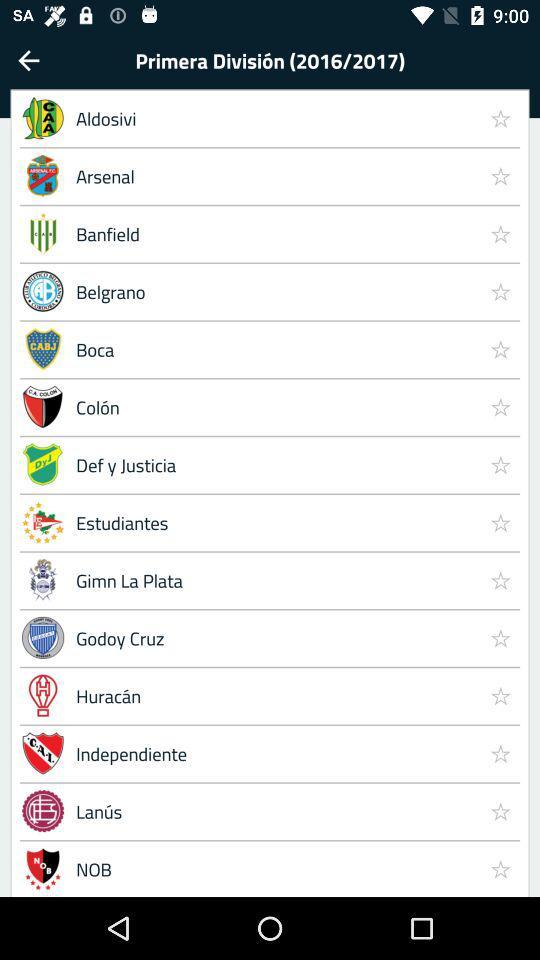  Describe the element at coordinates (499, 695) in the screenshot. I see `icon next to the godoy cruz item` at that location.